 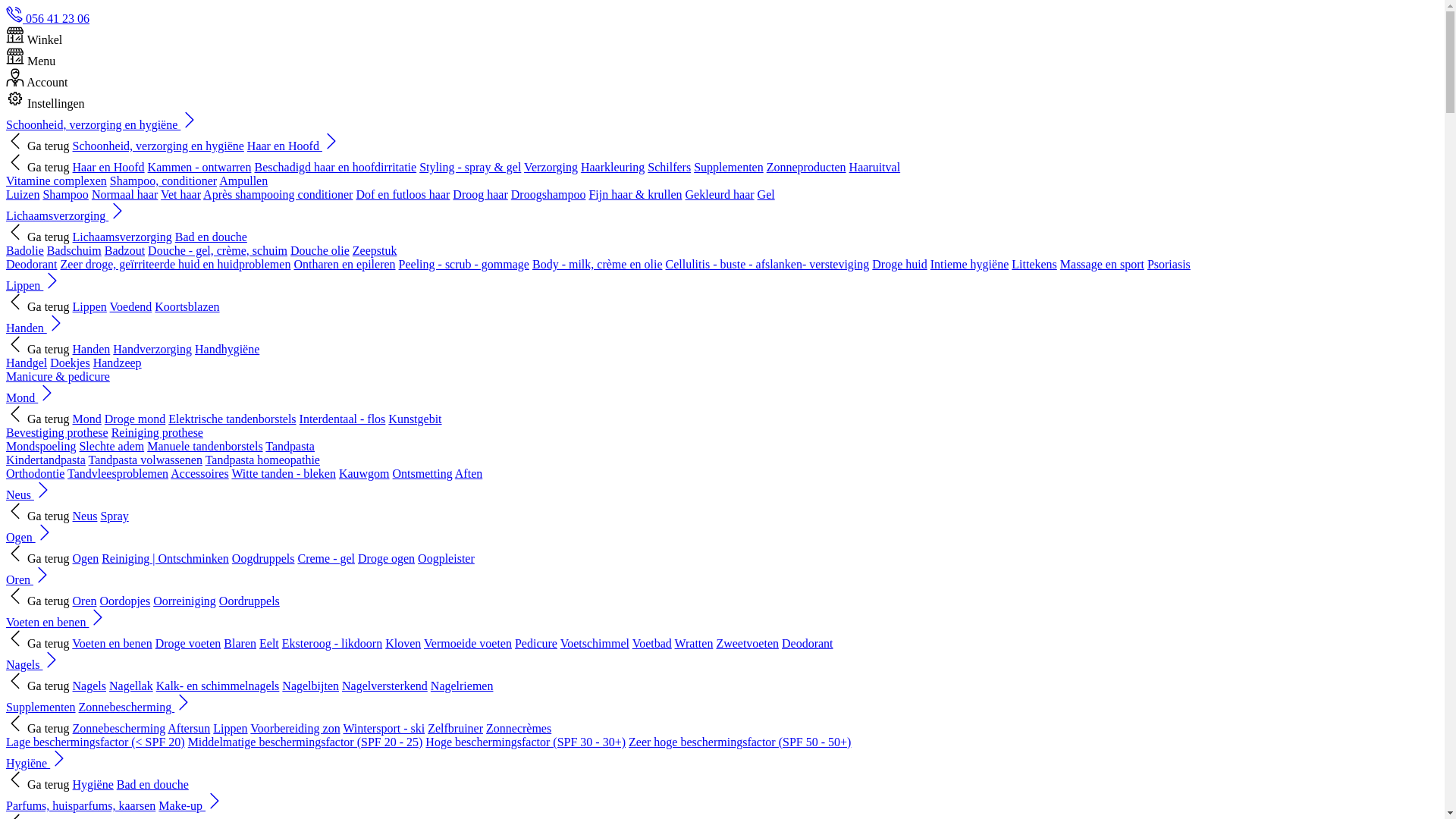 I want to click on 'Kalk- en schimmelnagels', so click(x=217, y=686).